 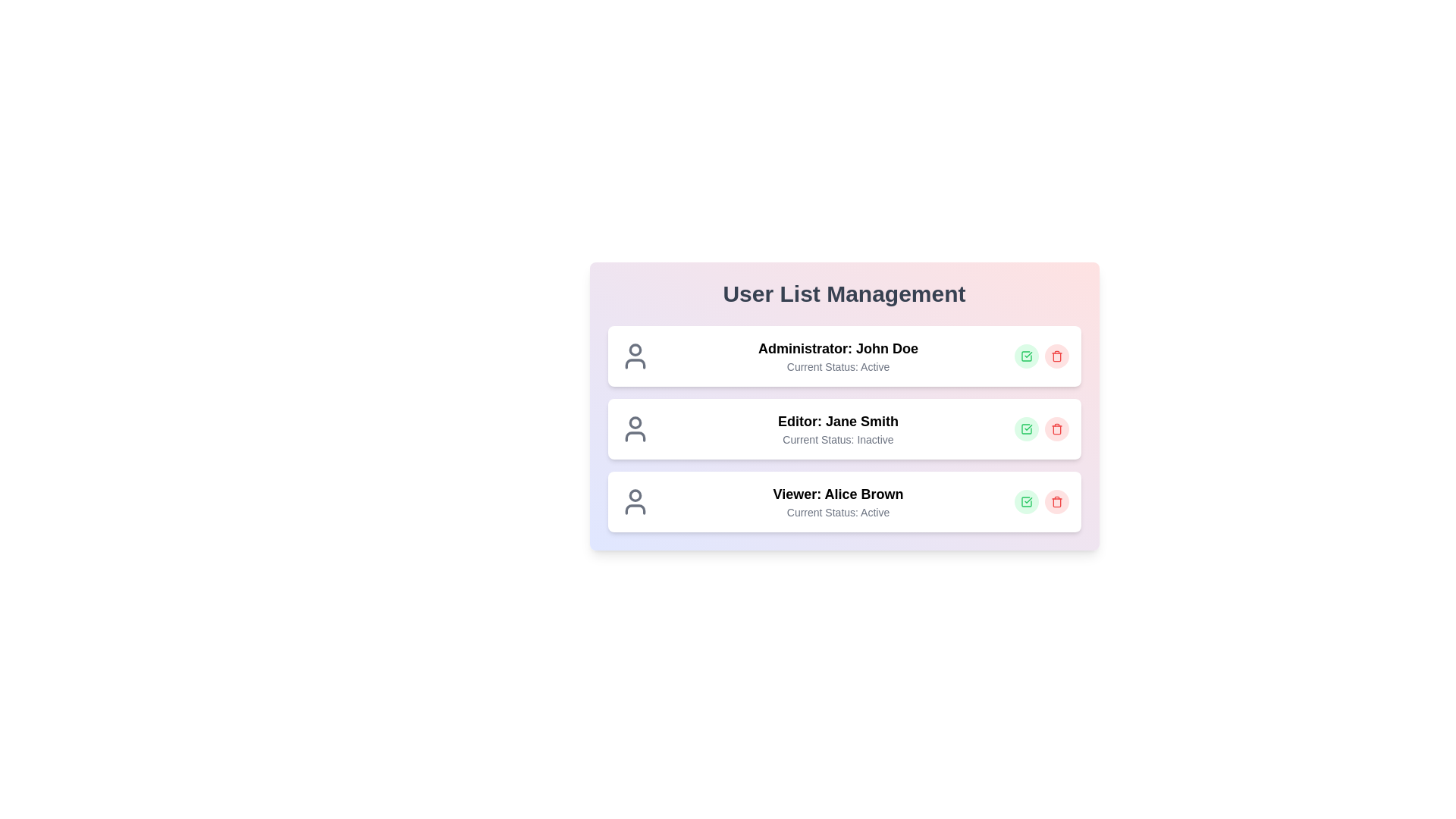 What do you see at coordinates (887, 348) in the screenshot?
I see `the text label that displays the name of the administrator user, located to the right of the 'Administrator:' label in the first row of the user list` at bounding box center [887, 348].